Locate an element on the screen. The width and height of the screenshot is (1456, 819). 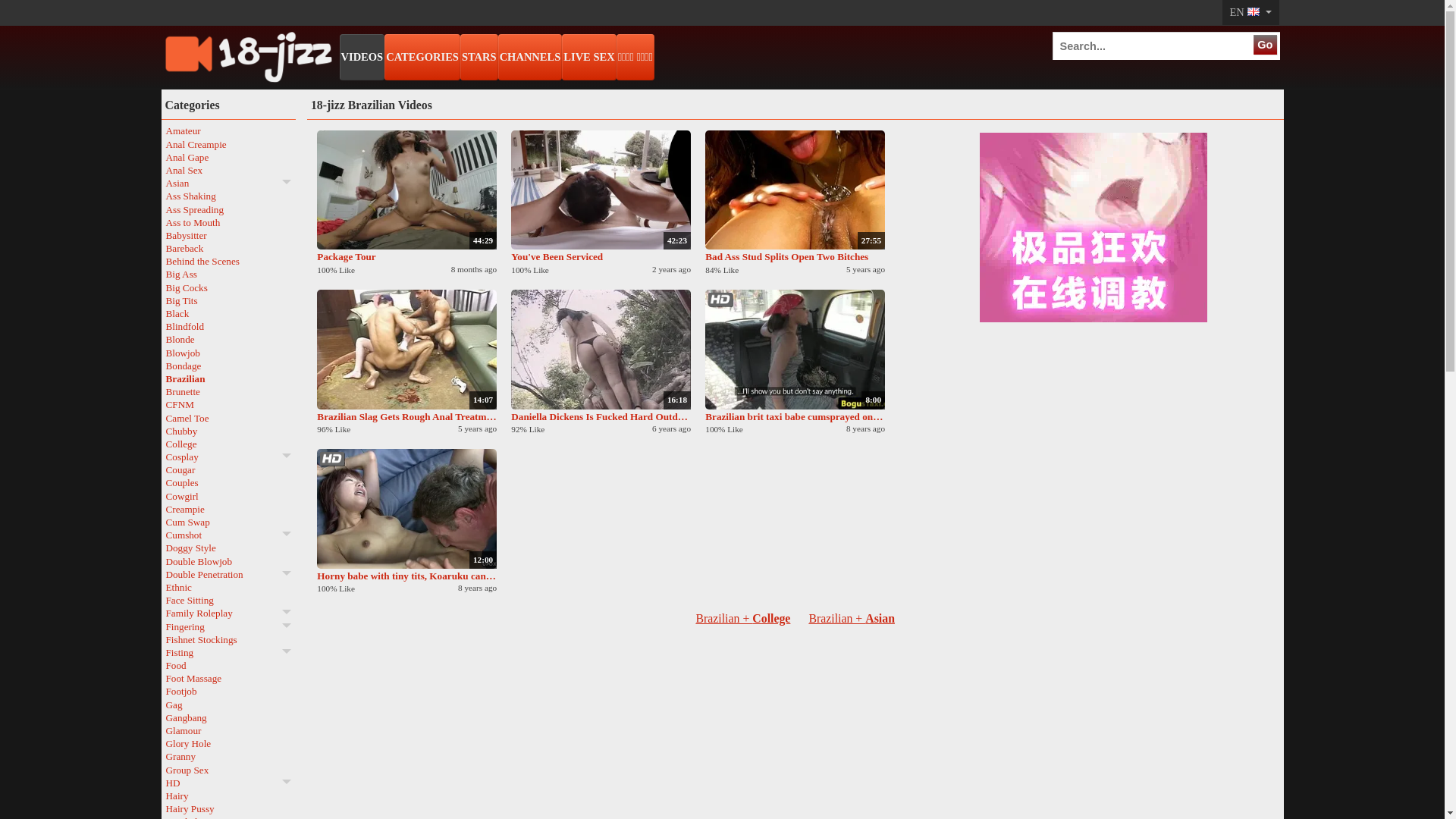
'Blindfold' is located at coordinates (227, 325).